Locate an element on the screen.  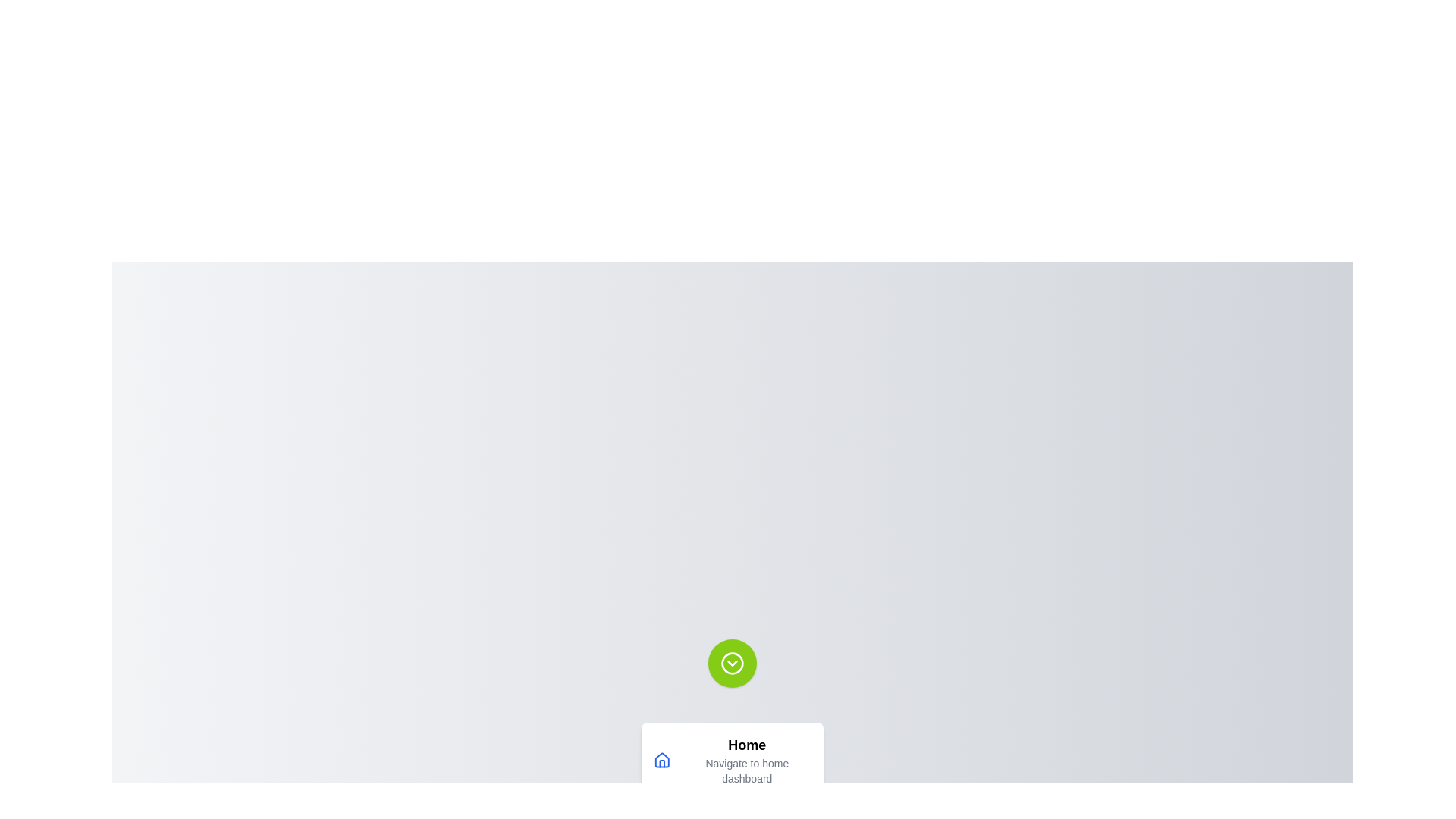
the menu option Home from the speed dial is located at coordinates (732, 760).